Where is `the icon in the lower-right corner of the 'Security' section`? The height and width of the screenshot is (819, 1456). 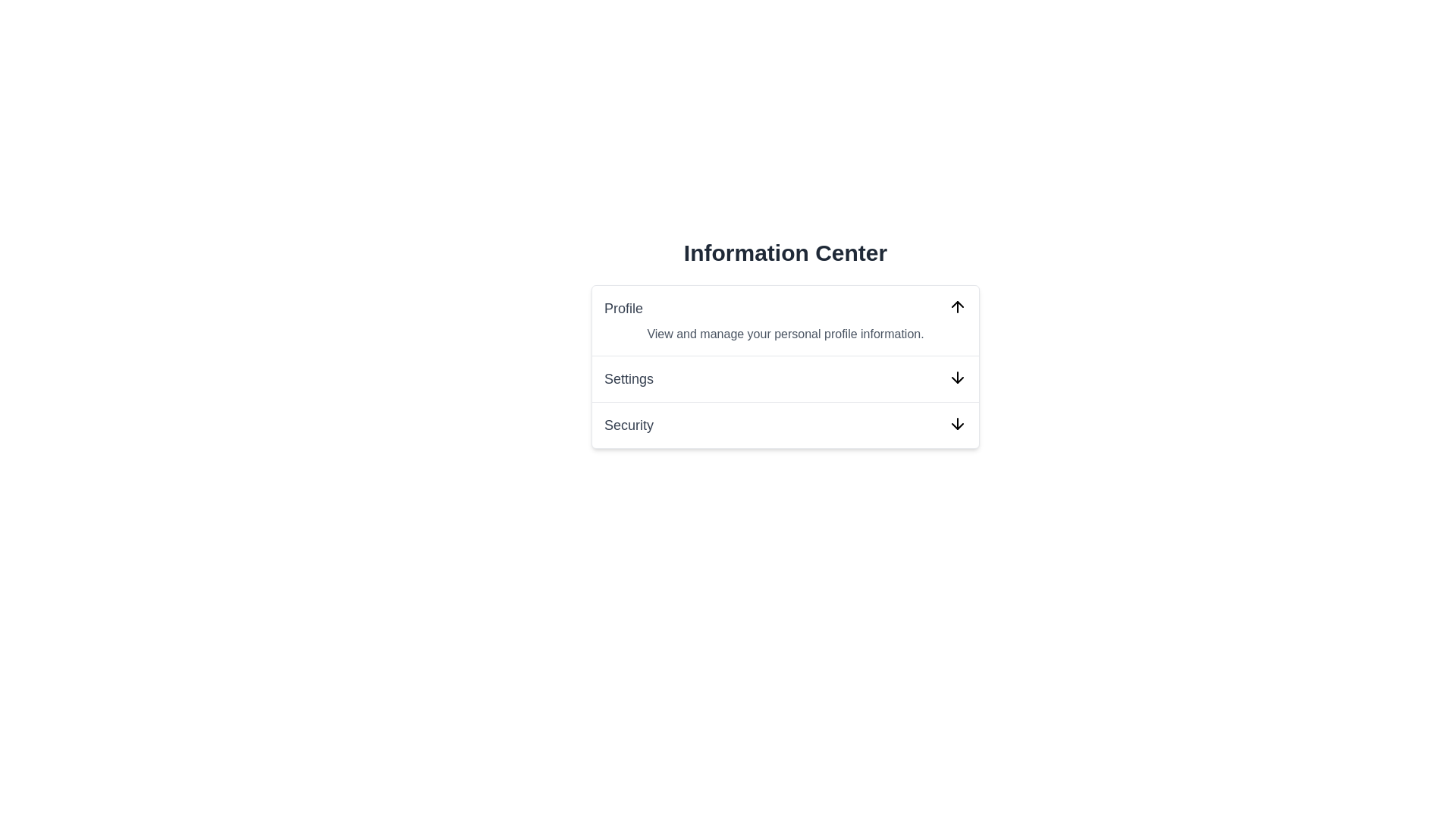
the icon in the lower-right corner of the 'Security' section is located at coordinates (956, 424).